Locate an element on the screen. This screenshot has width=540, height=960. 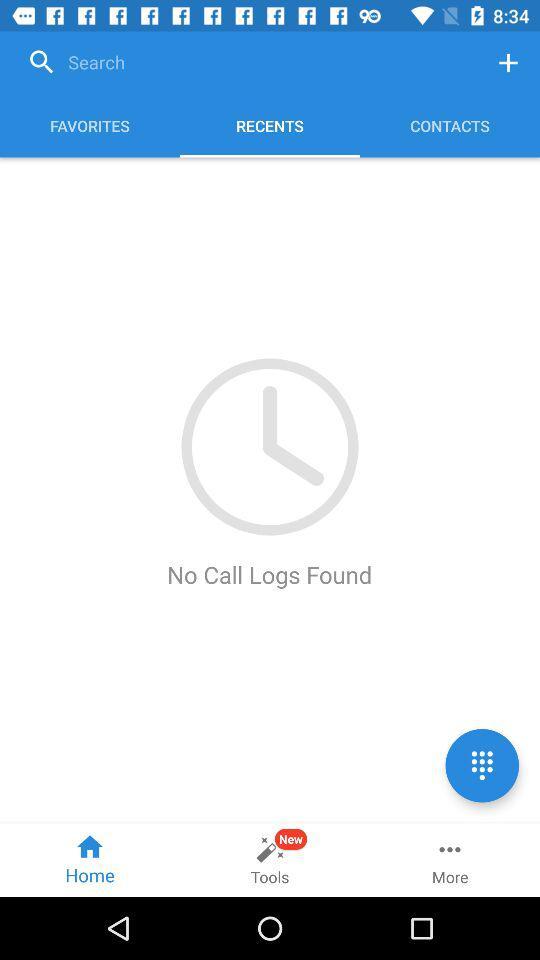
the dialpad icon is located at coordinates (481, 764).